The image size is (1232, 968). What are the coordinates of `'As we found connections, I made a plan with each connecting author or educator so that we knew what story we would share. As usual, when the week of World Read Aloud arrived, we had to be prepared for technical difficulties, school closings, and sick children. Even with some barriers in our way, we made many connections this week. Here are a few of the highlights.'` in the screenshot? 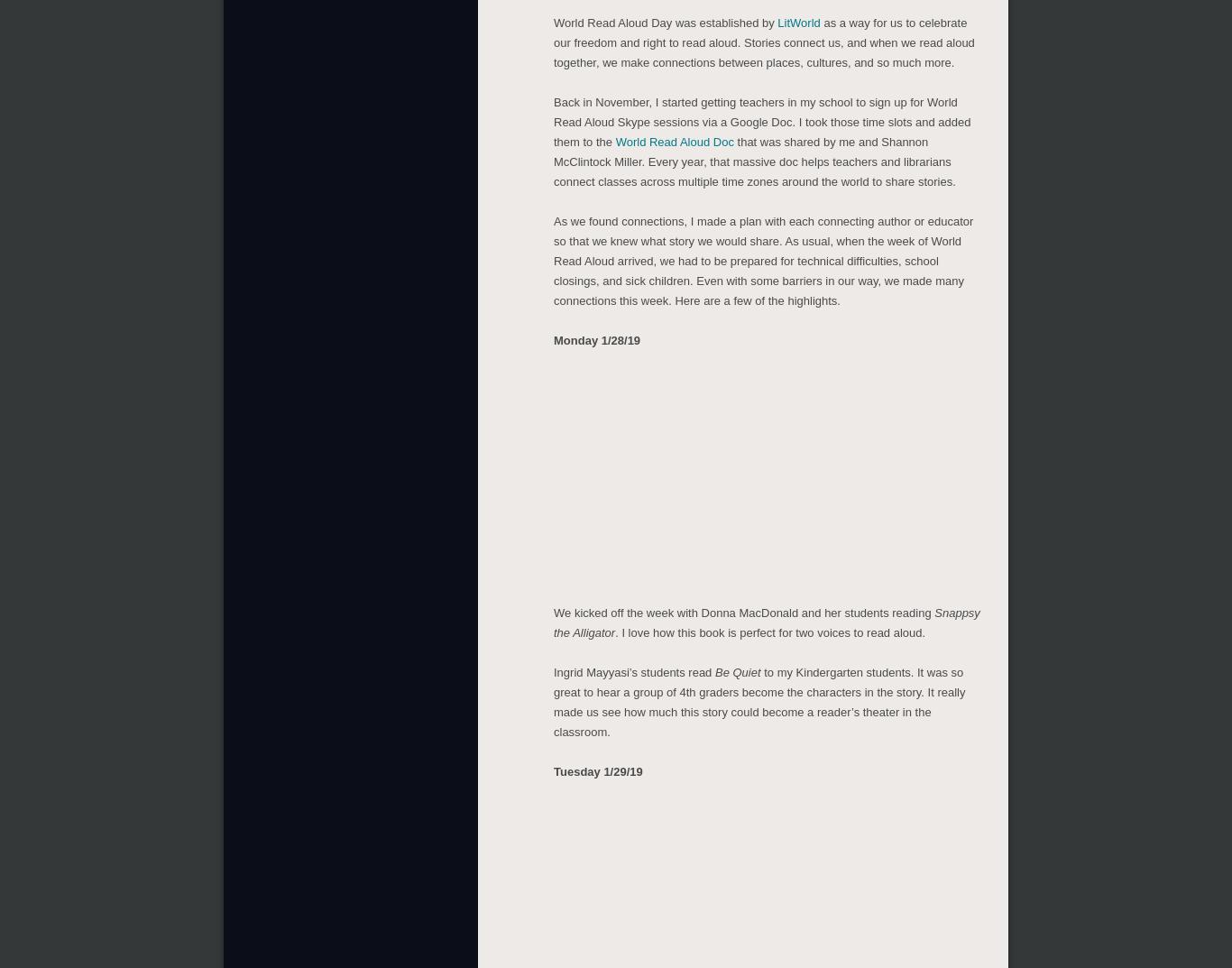 It's located at (553, 256).